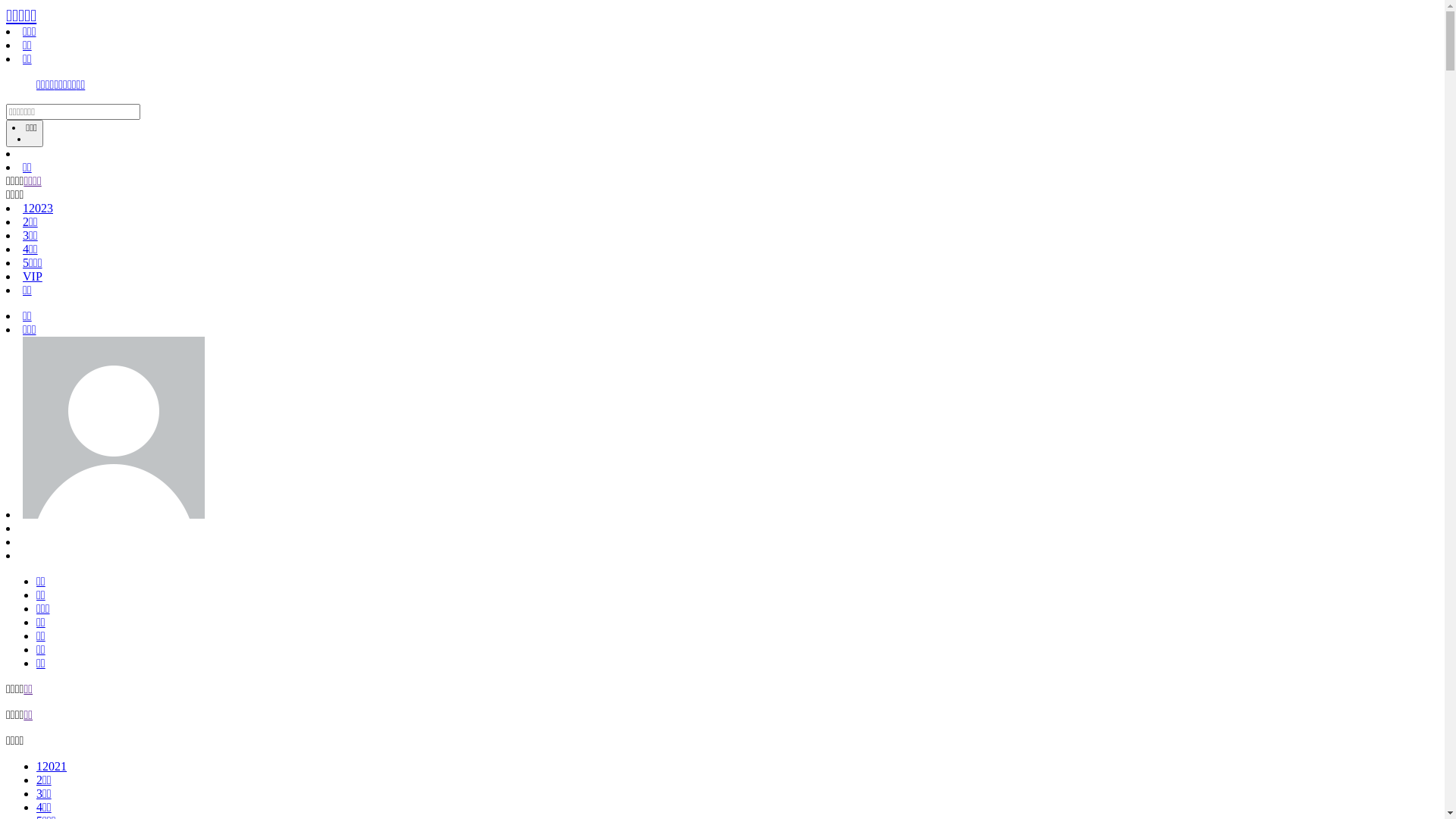 The height and width of the screenshot is (819, 1456). Describe the element at coordinates (33, 276) in the screenshot. I see `'VIP'` at that location.